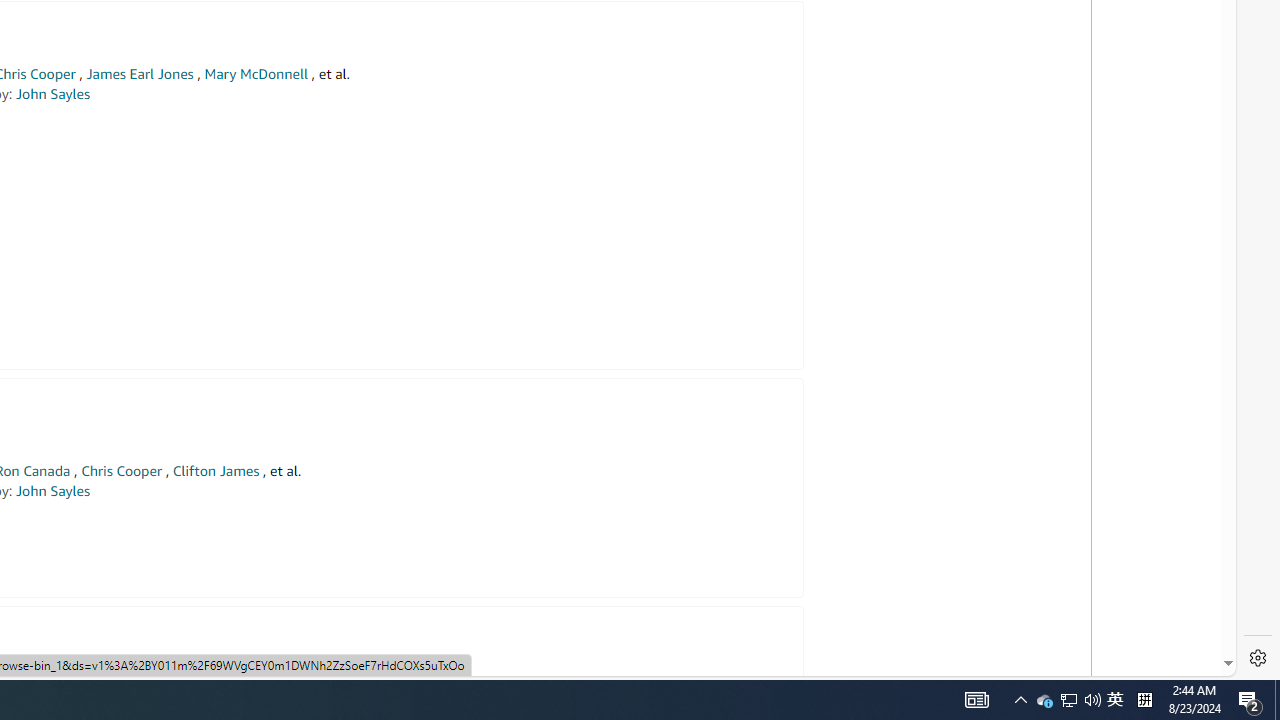  I want to click on 'James Earl Jones', so click(139, 73).